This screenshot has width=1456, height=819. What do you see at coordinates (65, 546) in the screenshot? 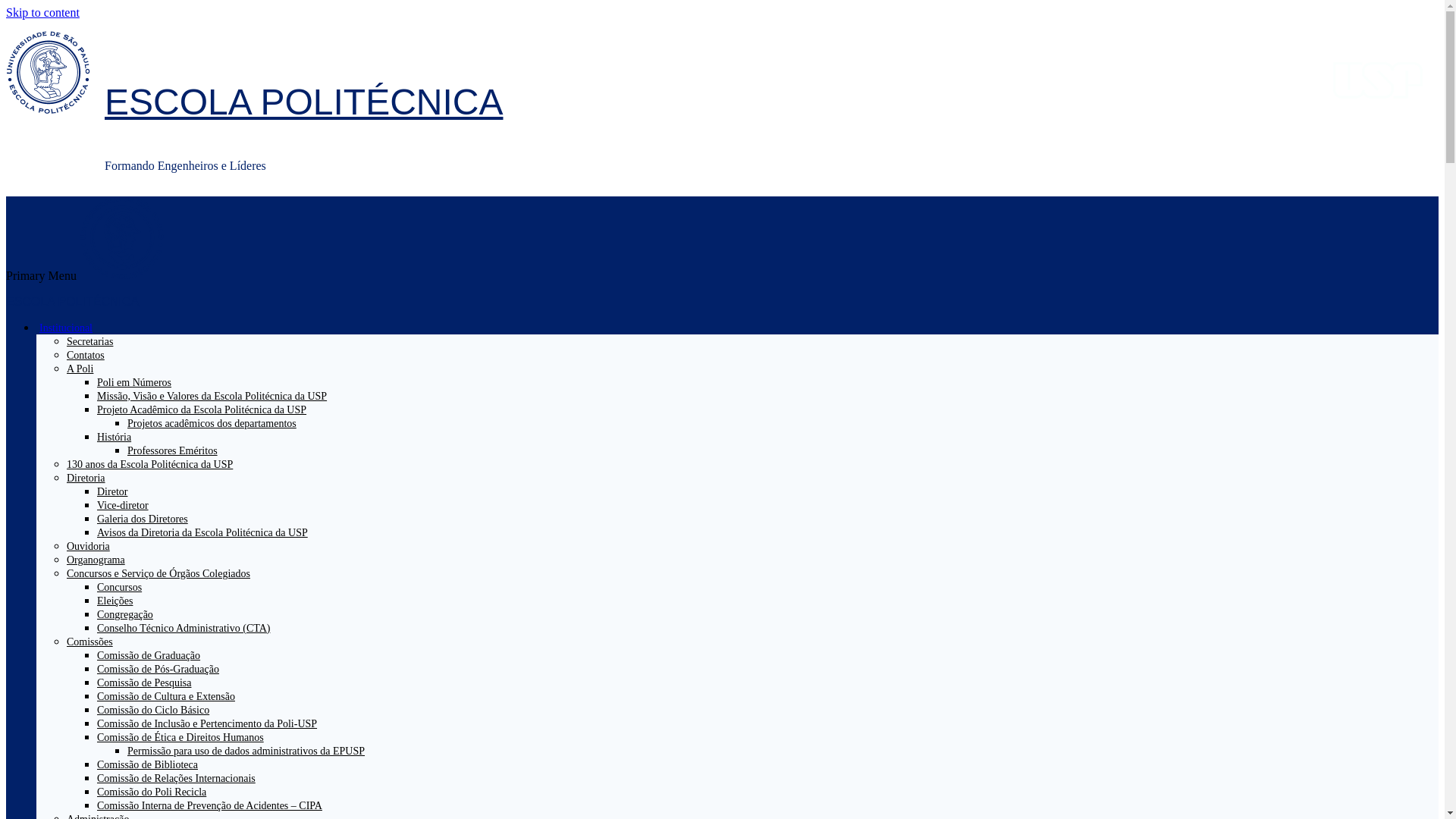
I see `'Ouvidoria'` at bounding box center [65, 546].